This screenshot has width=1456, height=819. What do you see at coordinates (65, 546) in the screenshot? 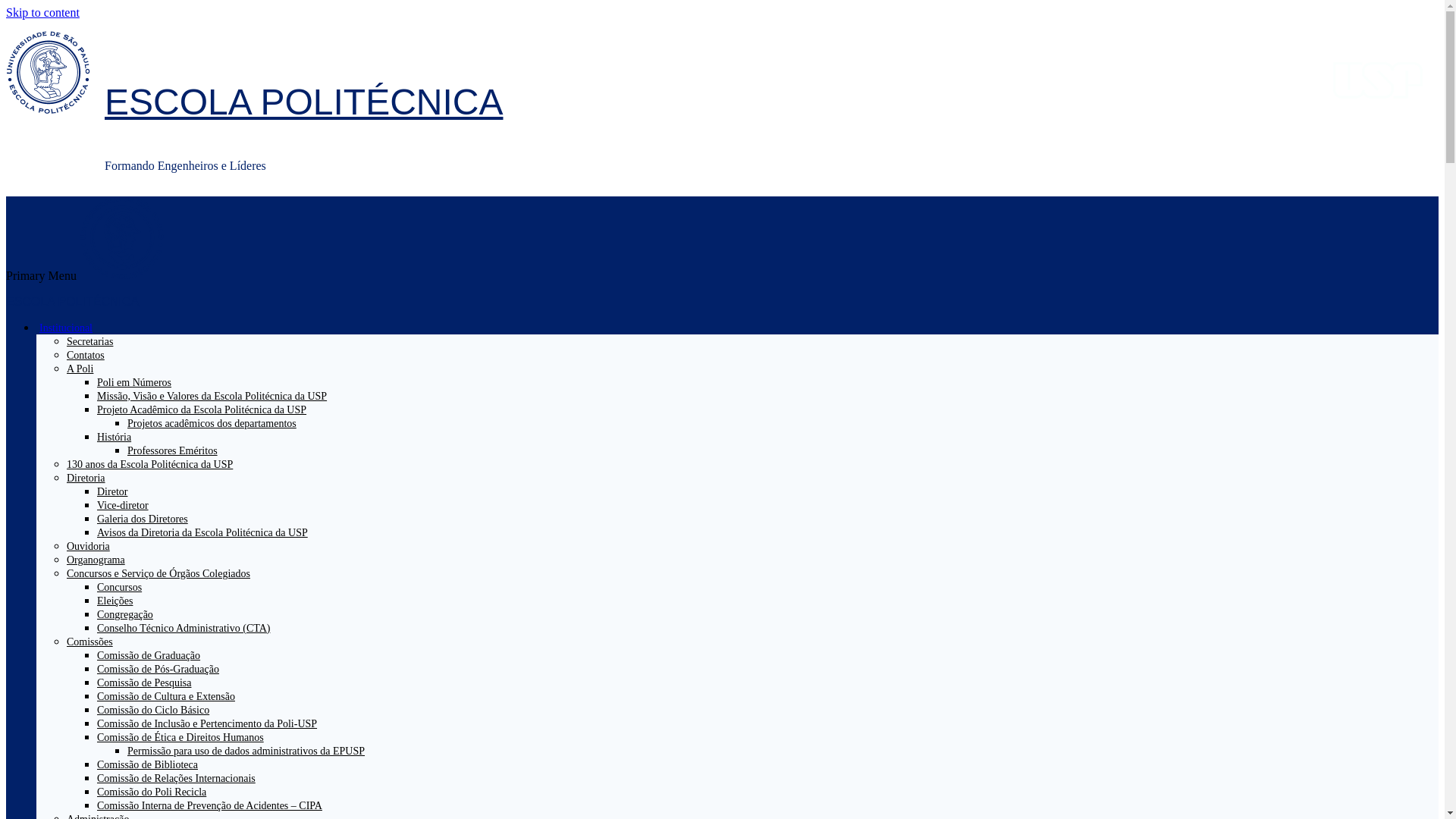
I see `'Ouvidoria'` at bounding box center [65, 546].